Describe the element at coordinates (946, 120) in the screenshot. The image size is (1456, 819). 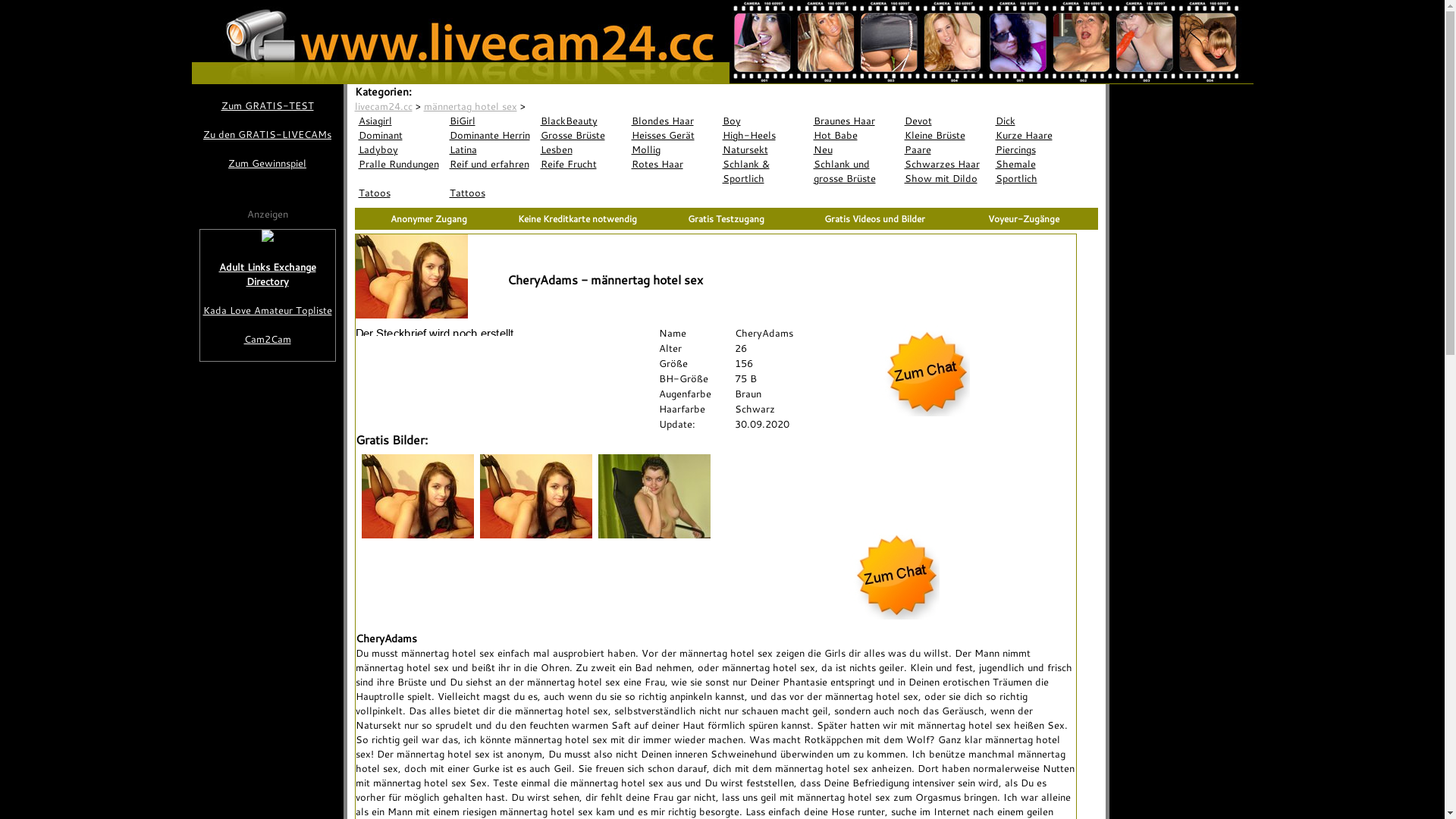
I see `'Devot'` at that location.